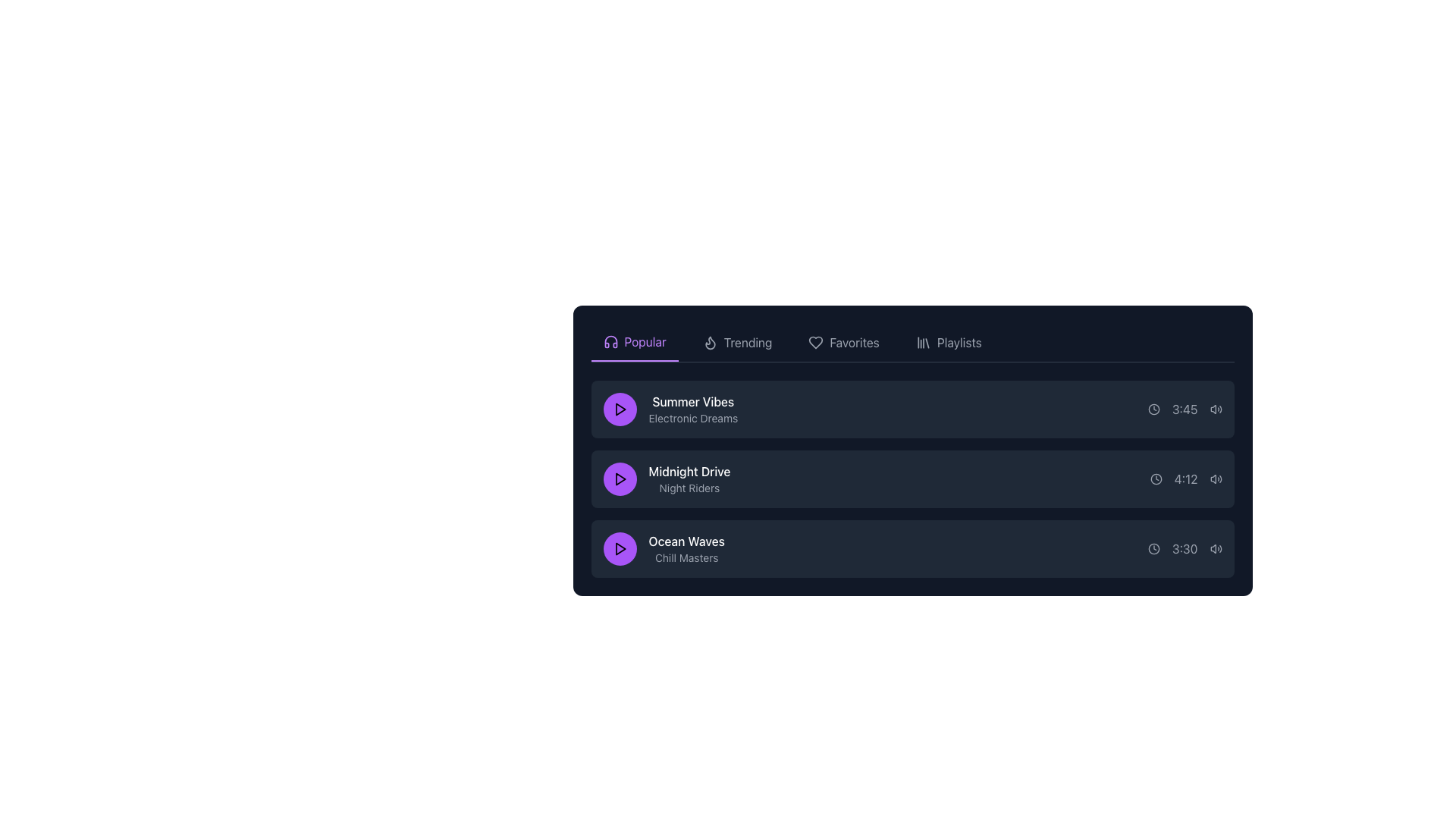 The height and width of the screenshot is (819, 1456). I want to click on the 'Playlists' button located in the horizontal navigation menu, which is the fourth item and features a muted gray label with a library shelves icon, so click(948, 342).